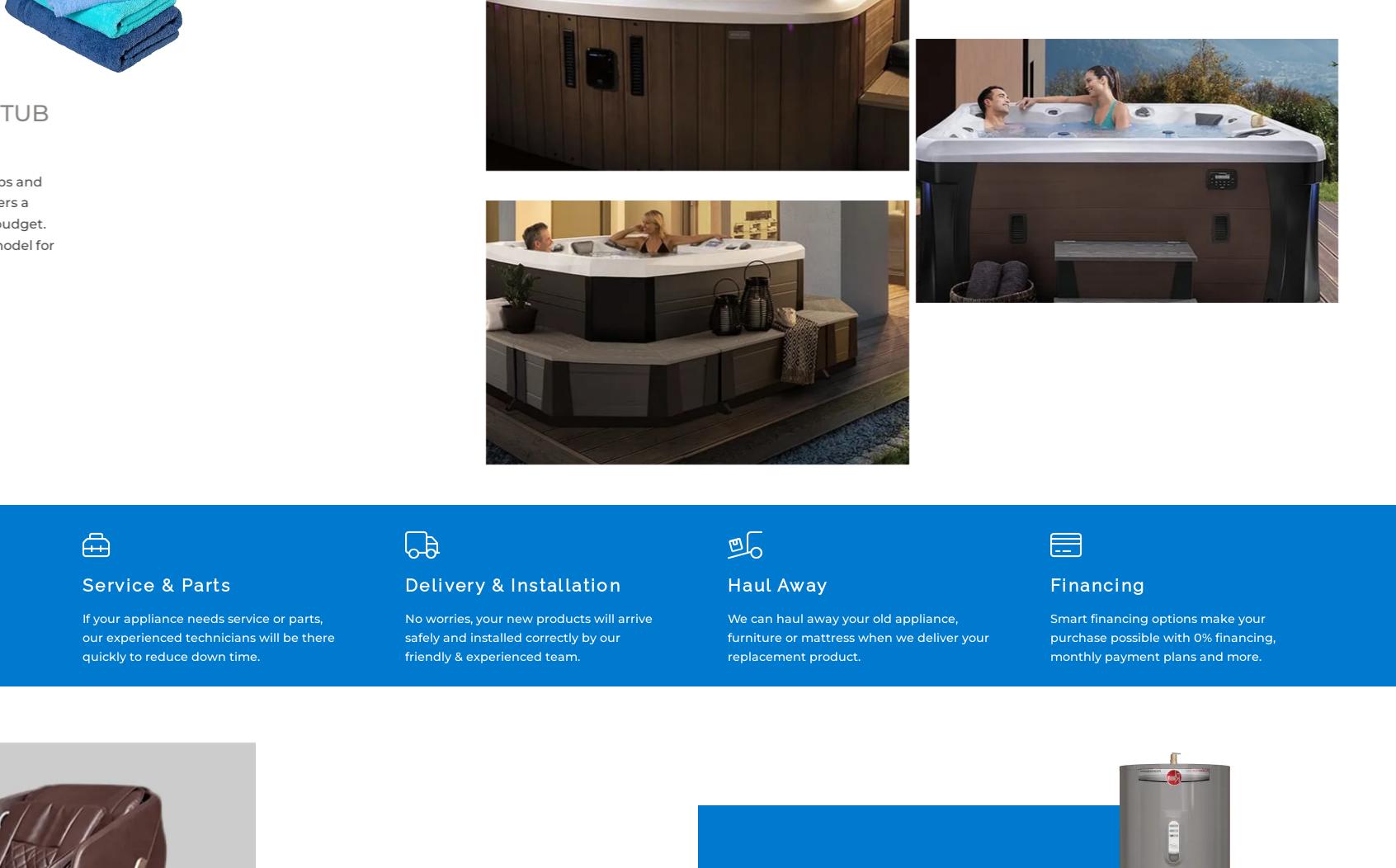 This screenshot has width=1396, height=868. Describe the element at coordinates (727, 637) in the screenshot. I see `'We can haul away your old appliance, furniture or mattress when we deliver your replacement product.'` at that location.